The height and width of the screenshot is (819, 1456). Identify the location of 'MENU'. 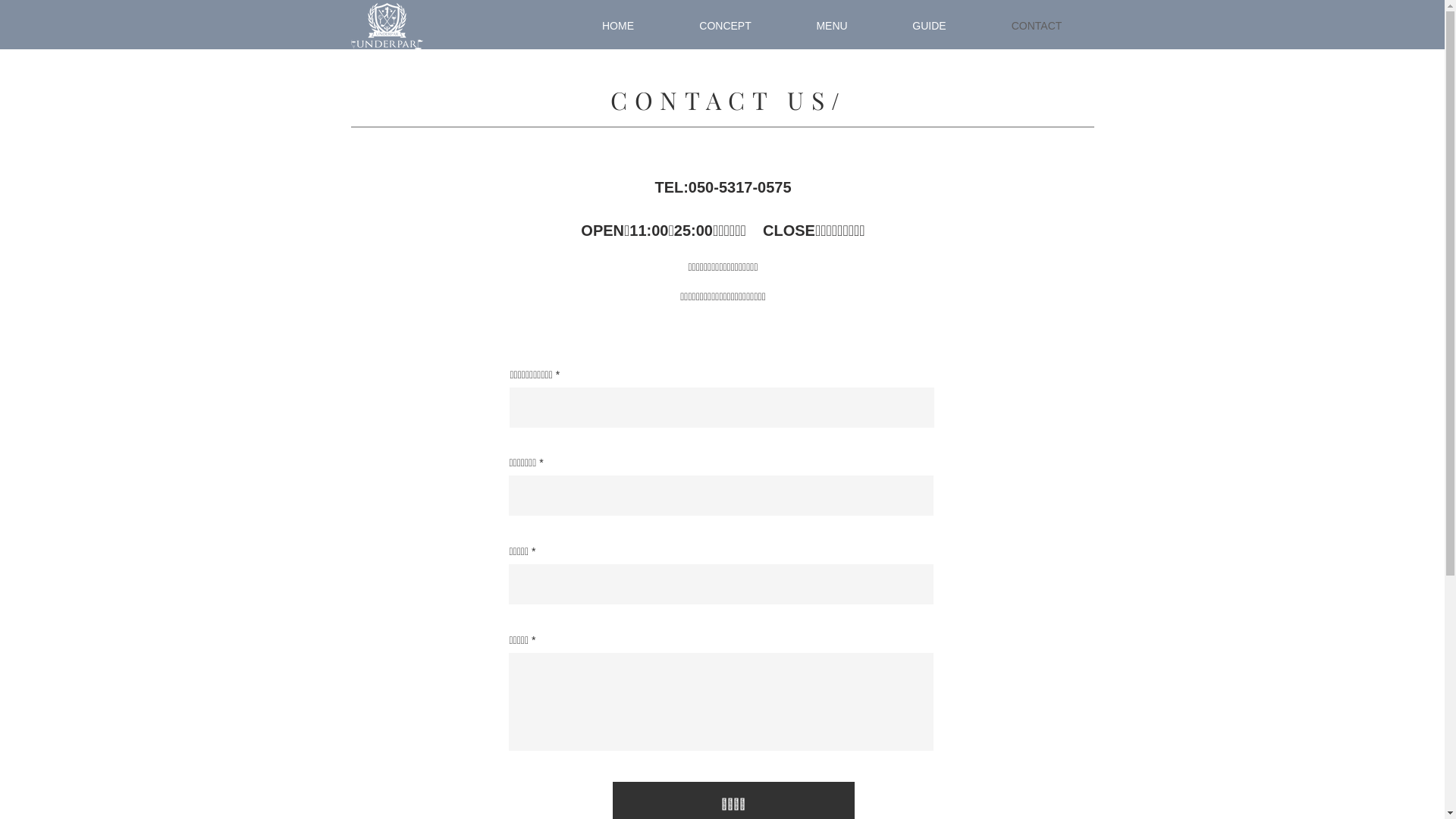
(831, 26).